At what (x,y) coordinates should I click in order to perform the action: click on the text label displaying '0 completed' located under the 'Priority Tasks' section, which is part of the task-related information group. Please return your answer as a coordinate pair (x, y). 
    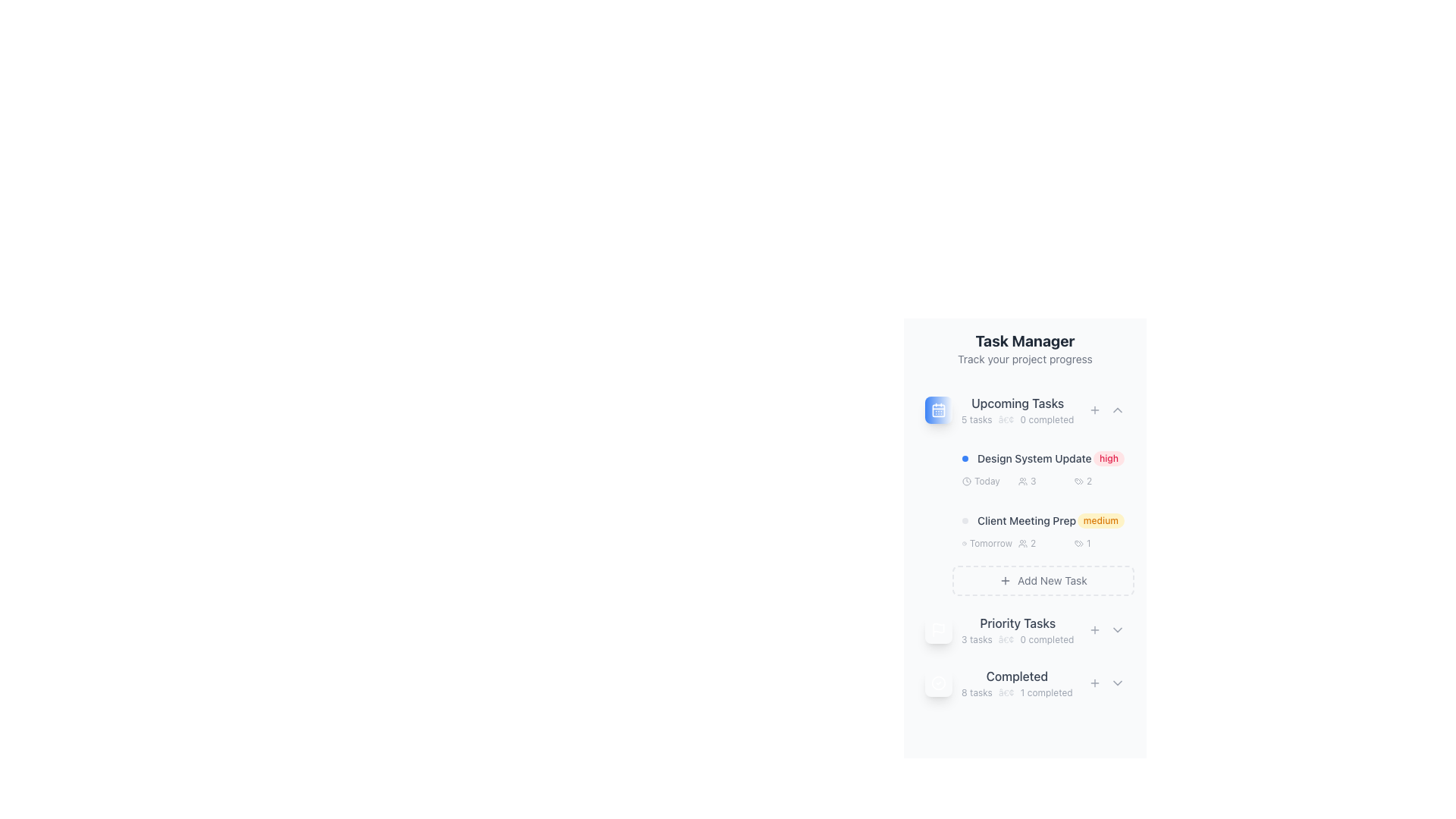
    Looking at the image, I should click on (1046, 640).